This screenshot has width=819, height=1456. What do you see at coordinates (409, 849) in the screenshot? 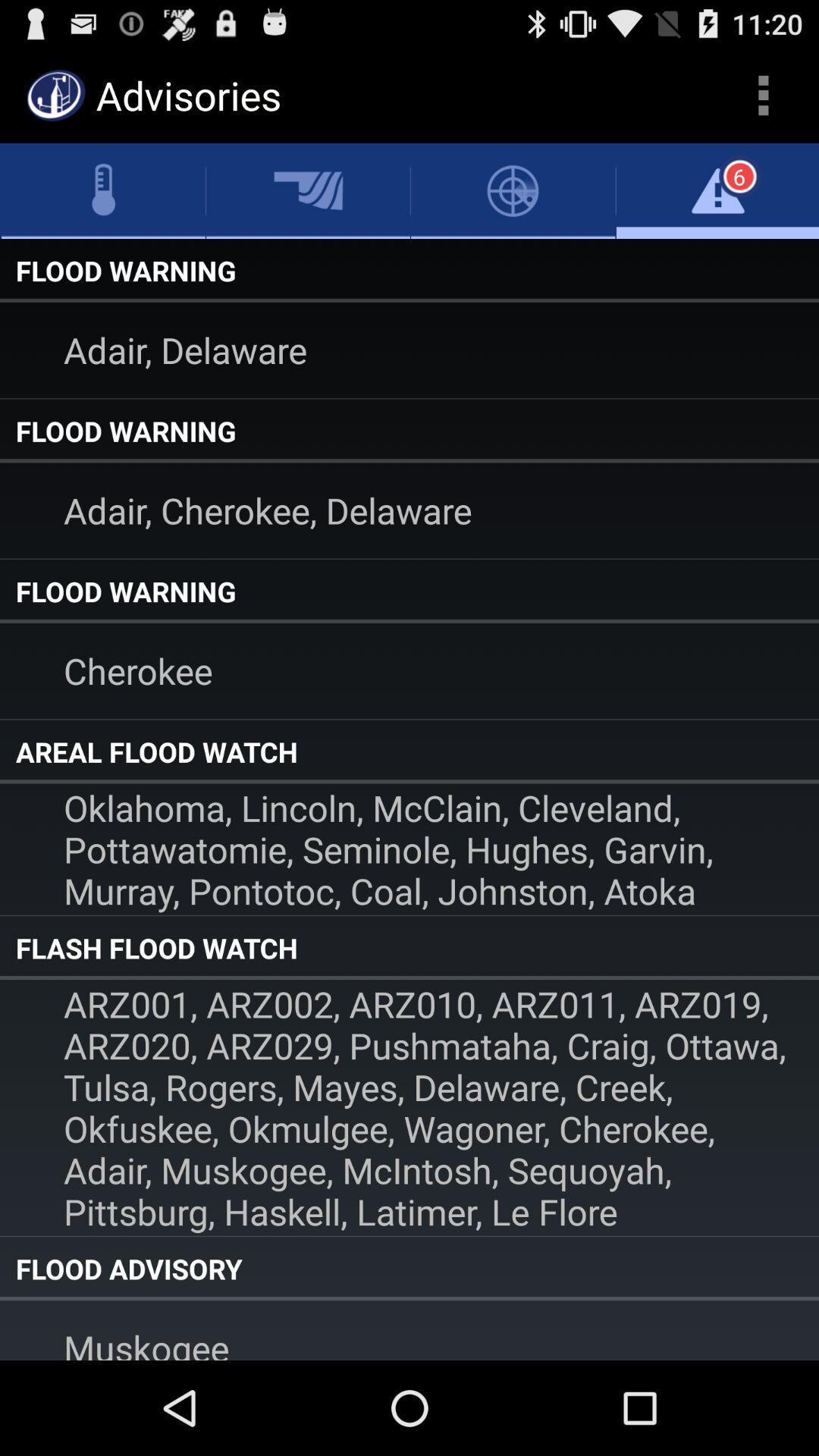
I see `the oklahoma lincoln mcclain item` at bounding box center [409, 849].